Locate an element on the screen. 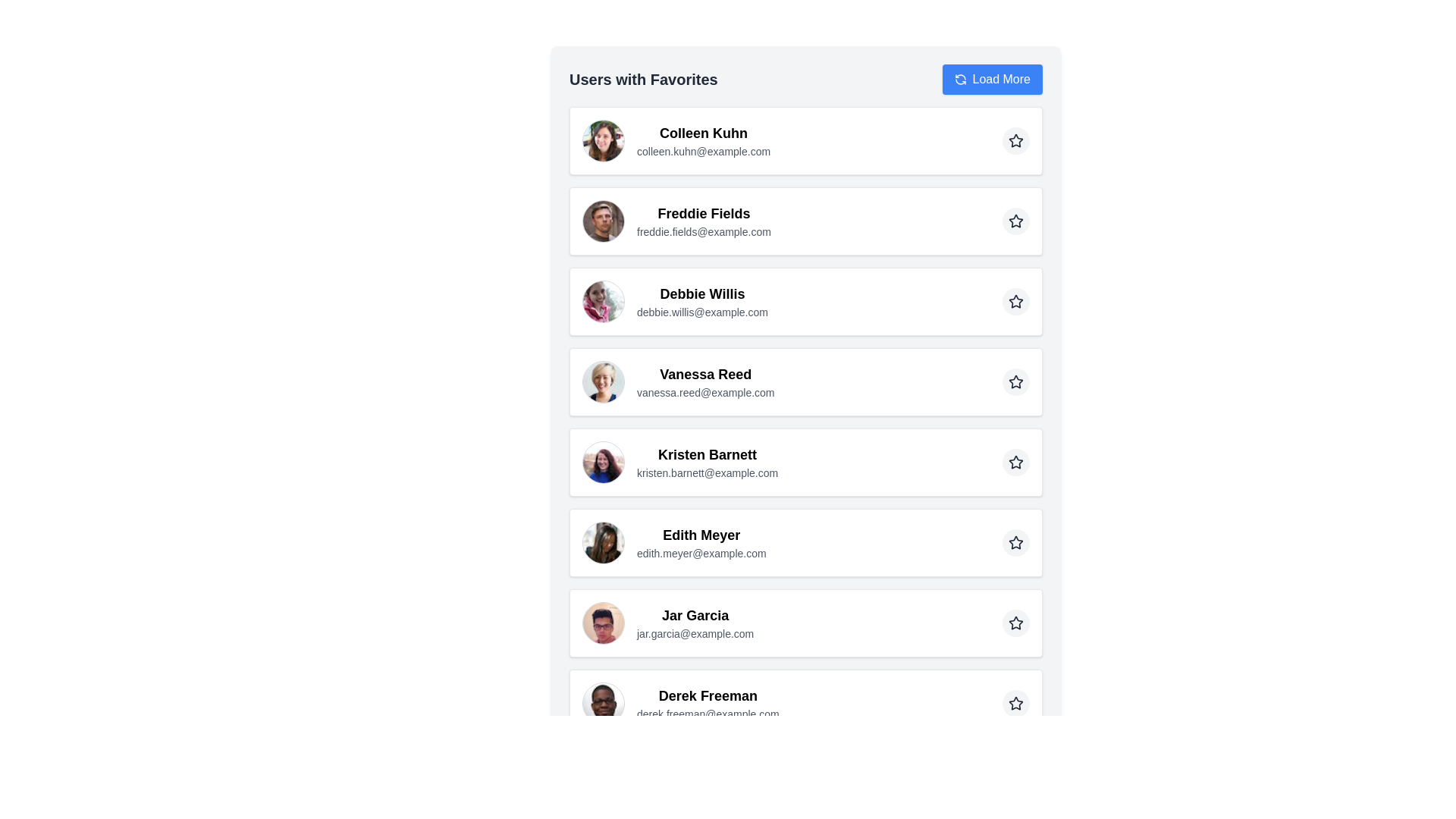 The height and width of the screenshot is (819, 1456). the profile image representing 'Edith Meyer' is located at coordinates (603, 542).